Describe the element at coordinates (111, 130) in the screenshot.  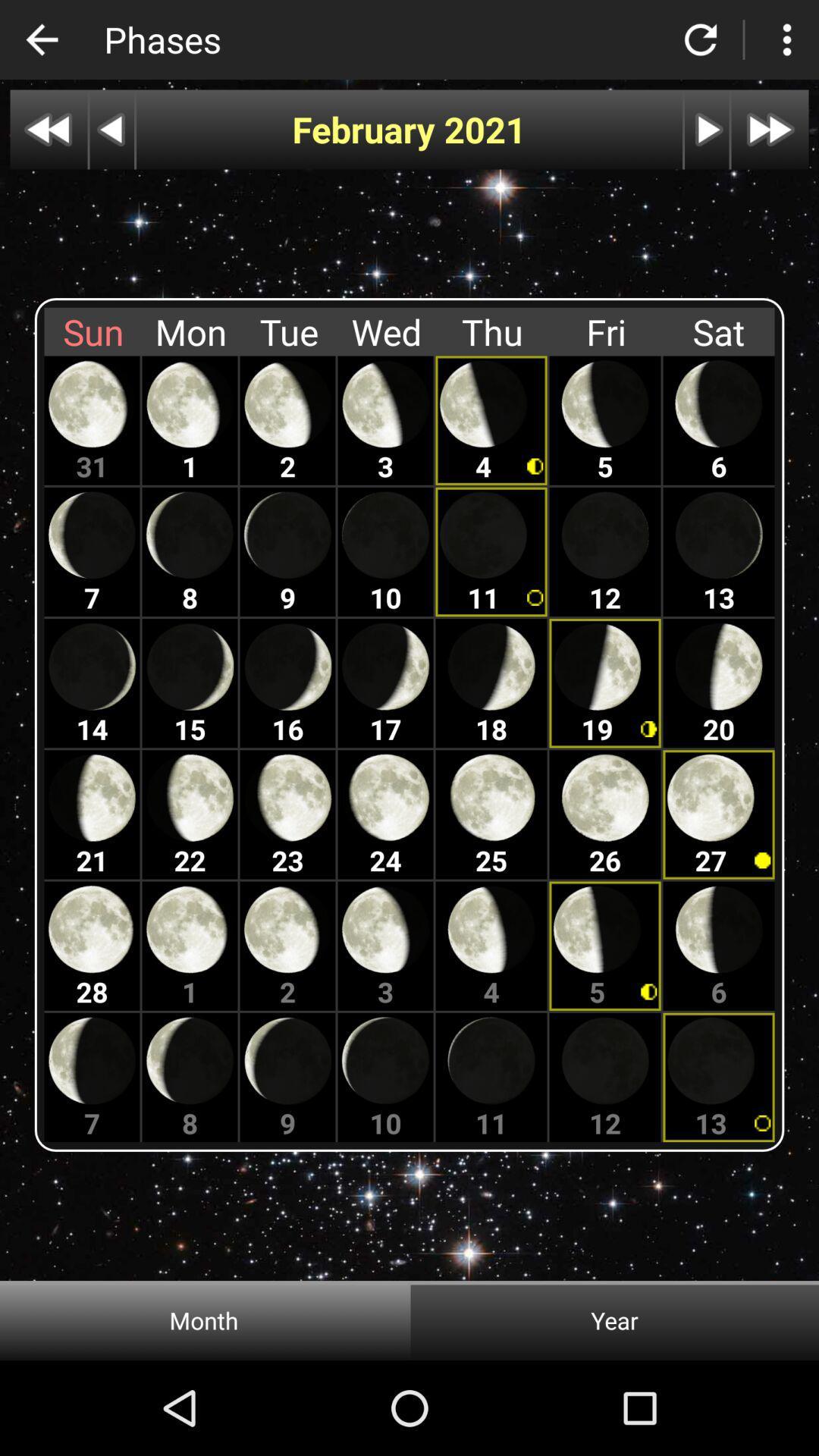
I see `previous` at that location.